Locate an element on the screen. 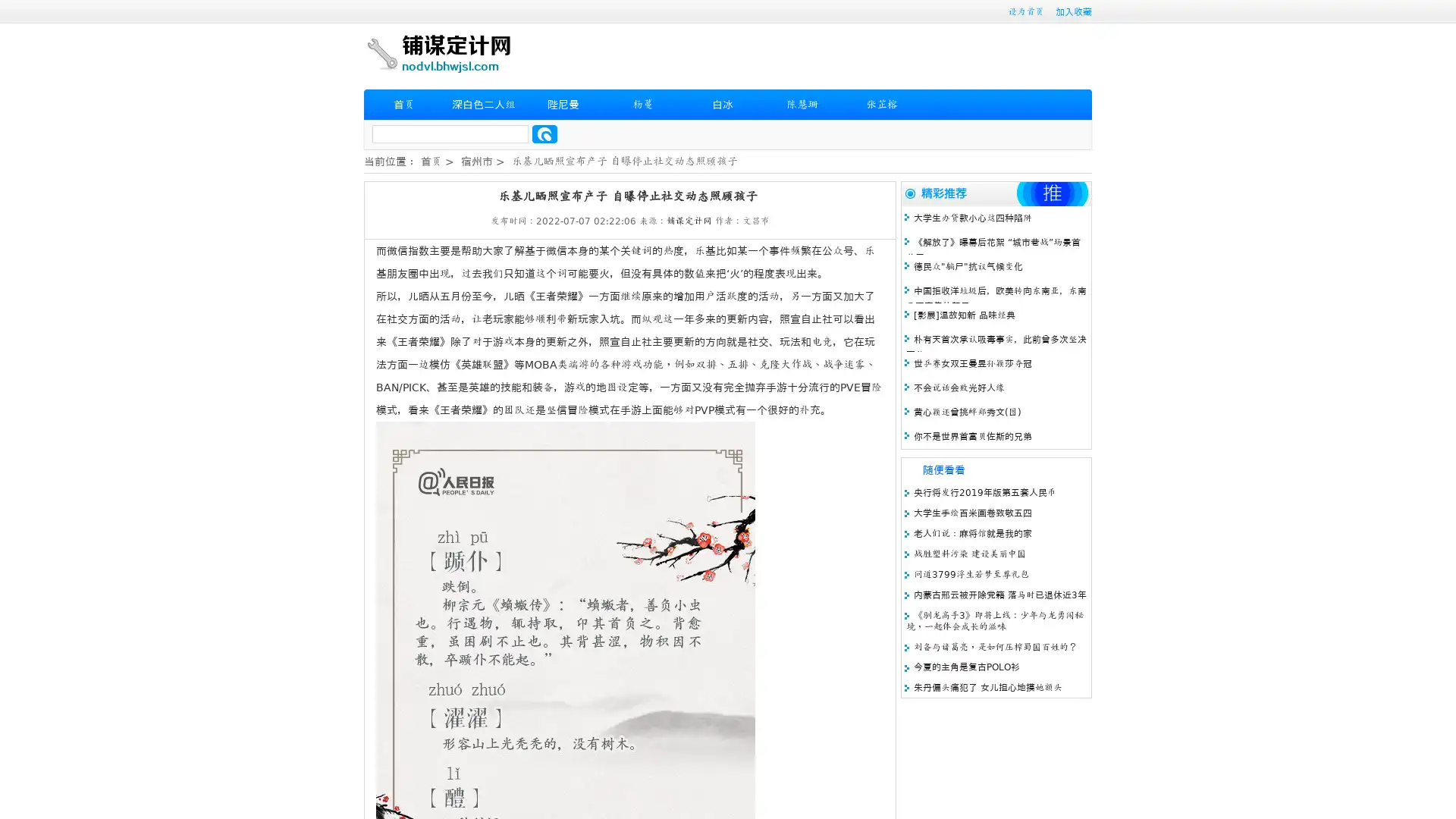 Image resolution: width=1456 pixels, height=819 pixels. Search is located at coordinates (544, 133).